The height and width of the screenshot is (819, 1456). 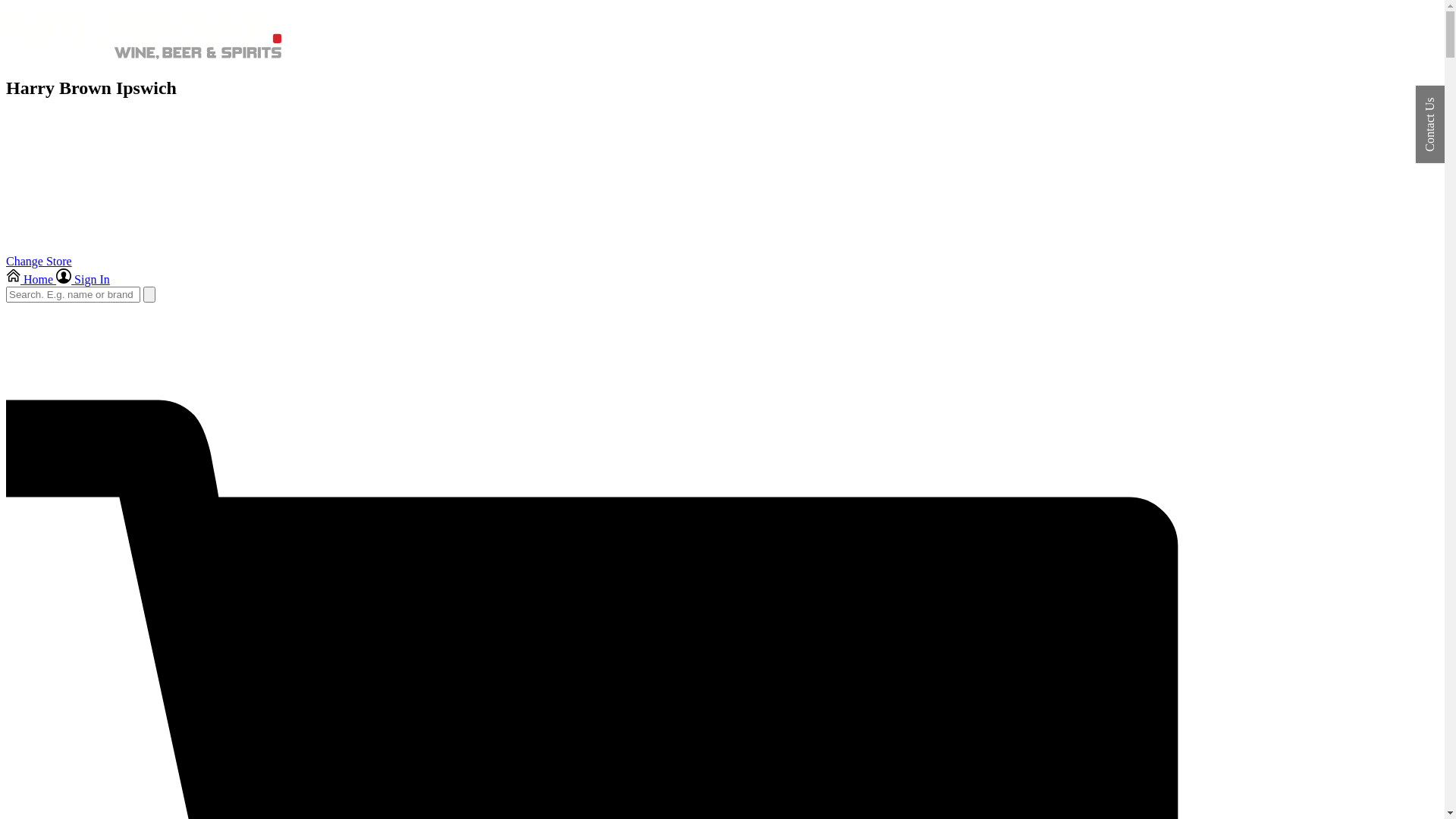 What do you see at coordinates (31, 279) in the screenshot?
I see `'Home'` at bounding box center [31, 279].